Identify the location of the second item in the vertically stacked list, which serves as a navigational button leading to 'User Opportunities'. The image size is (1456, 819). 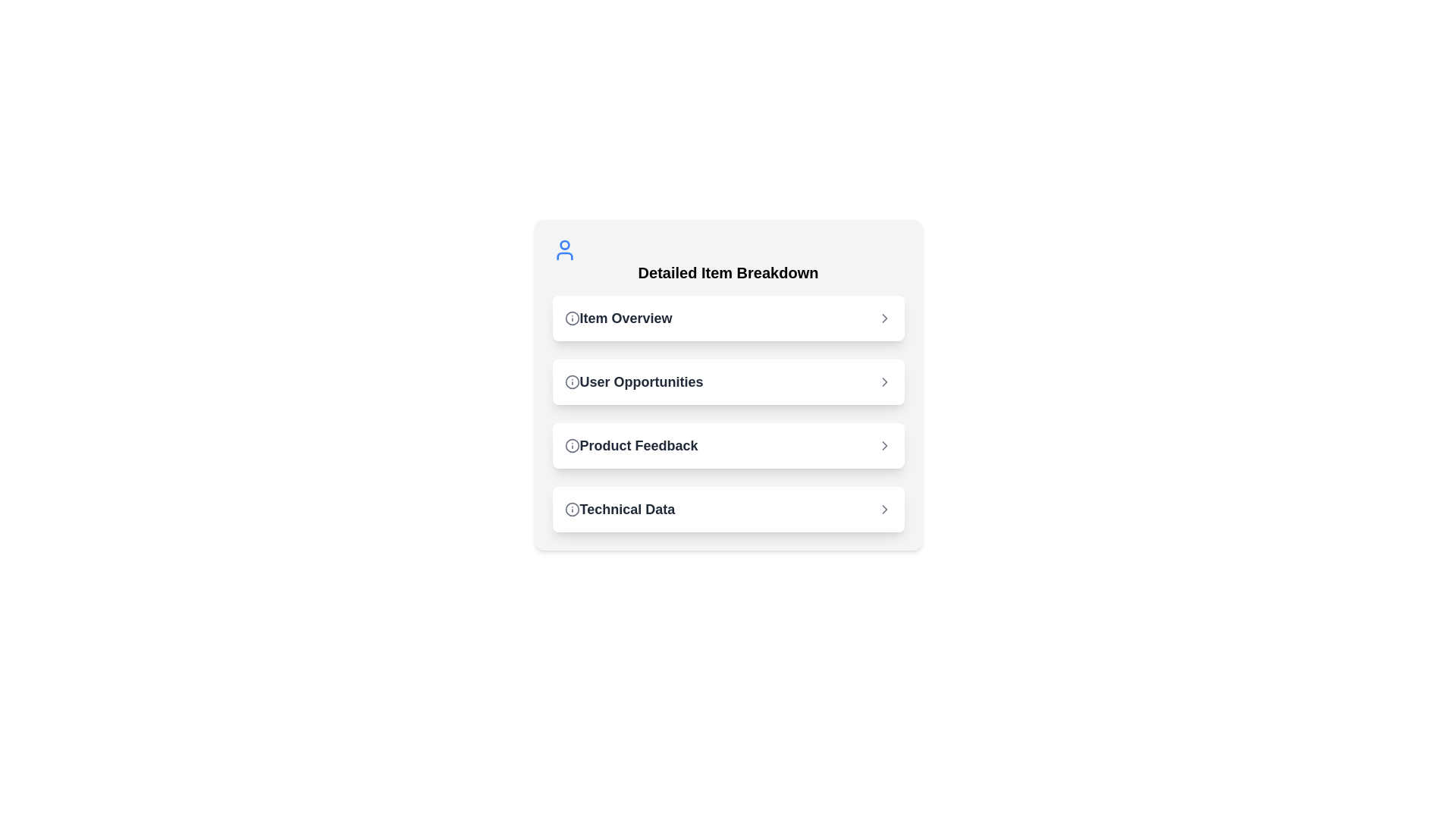
(728, 381).